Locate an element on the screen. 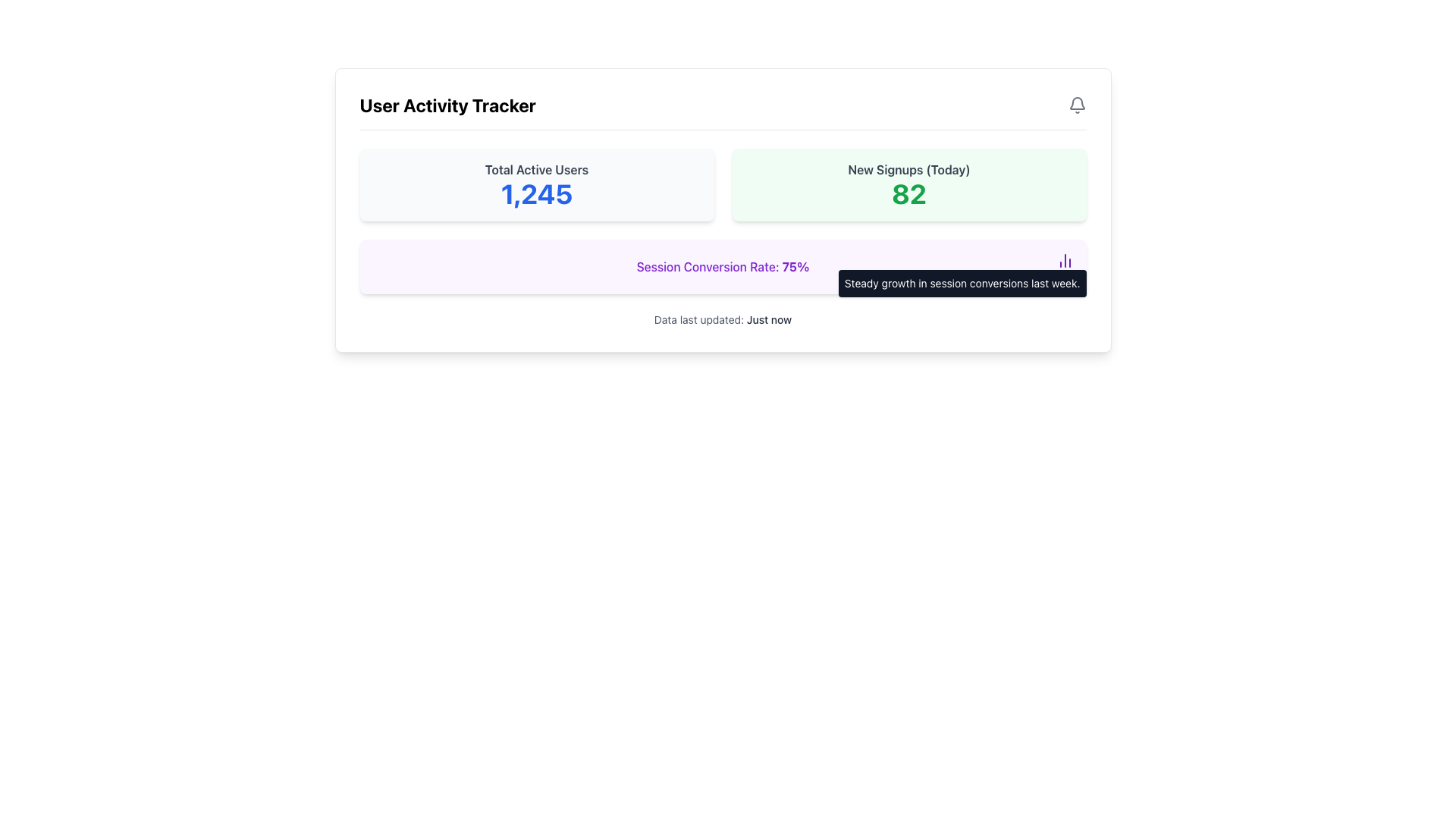 The height and width of the screenshot is (819, 1456). the Text Label displaying 'Data last updated: Just now', located at the bottom of the 'User Activity Tracker' section to understand the data's recency is located at coordinates (722, 318).